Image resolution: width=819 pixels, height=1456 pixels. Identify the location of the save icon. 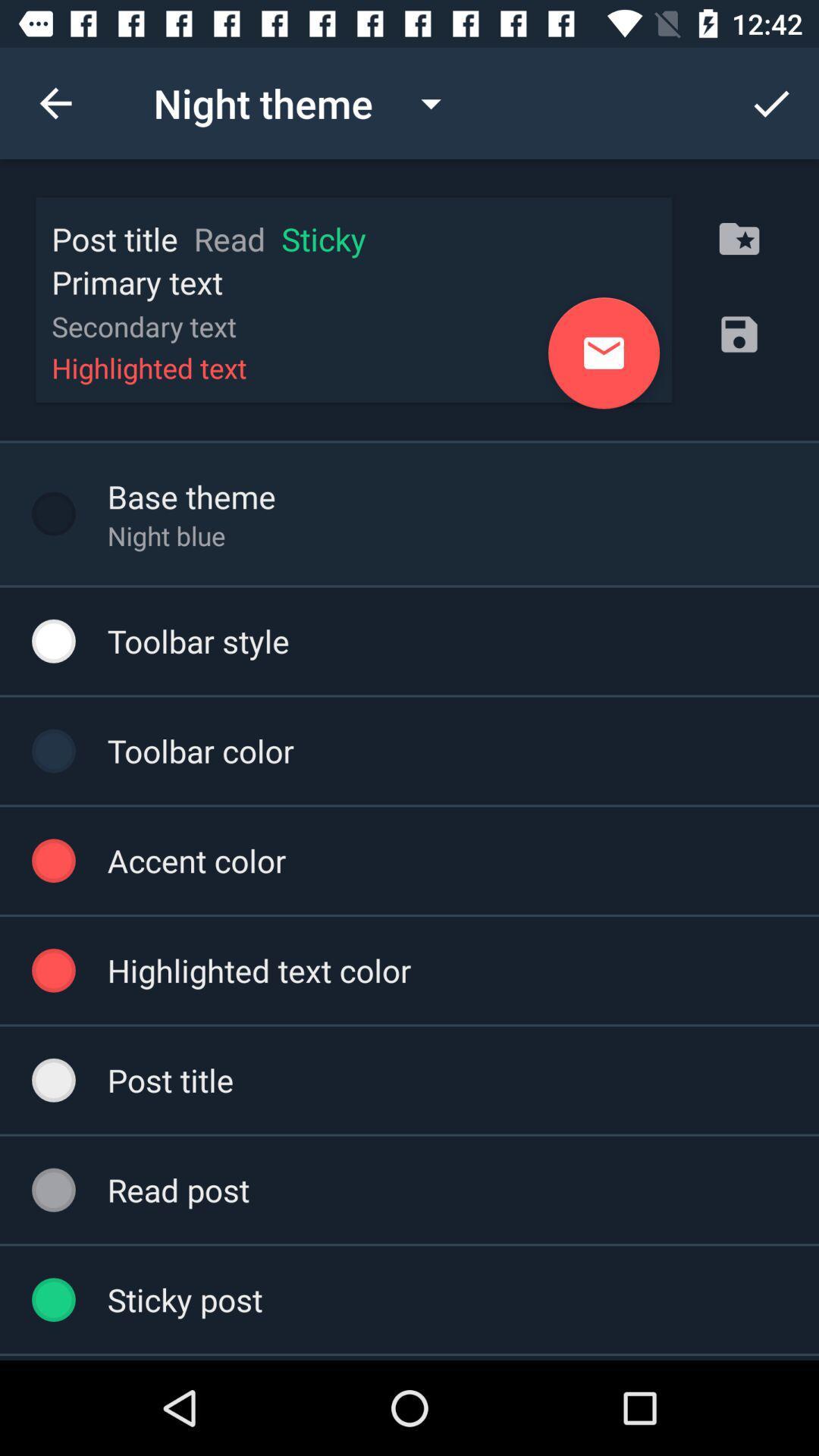
(739, 334).